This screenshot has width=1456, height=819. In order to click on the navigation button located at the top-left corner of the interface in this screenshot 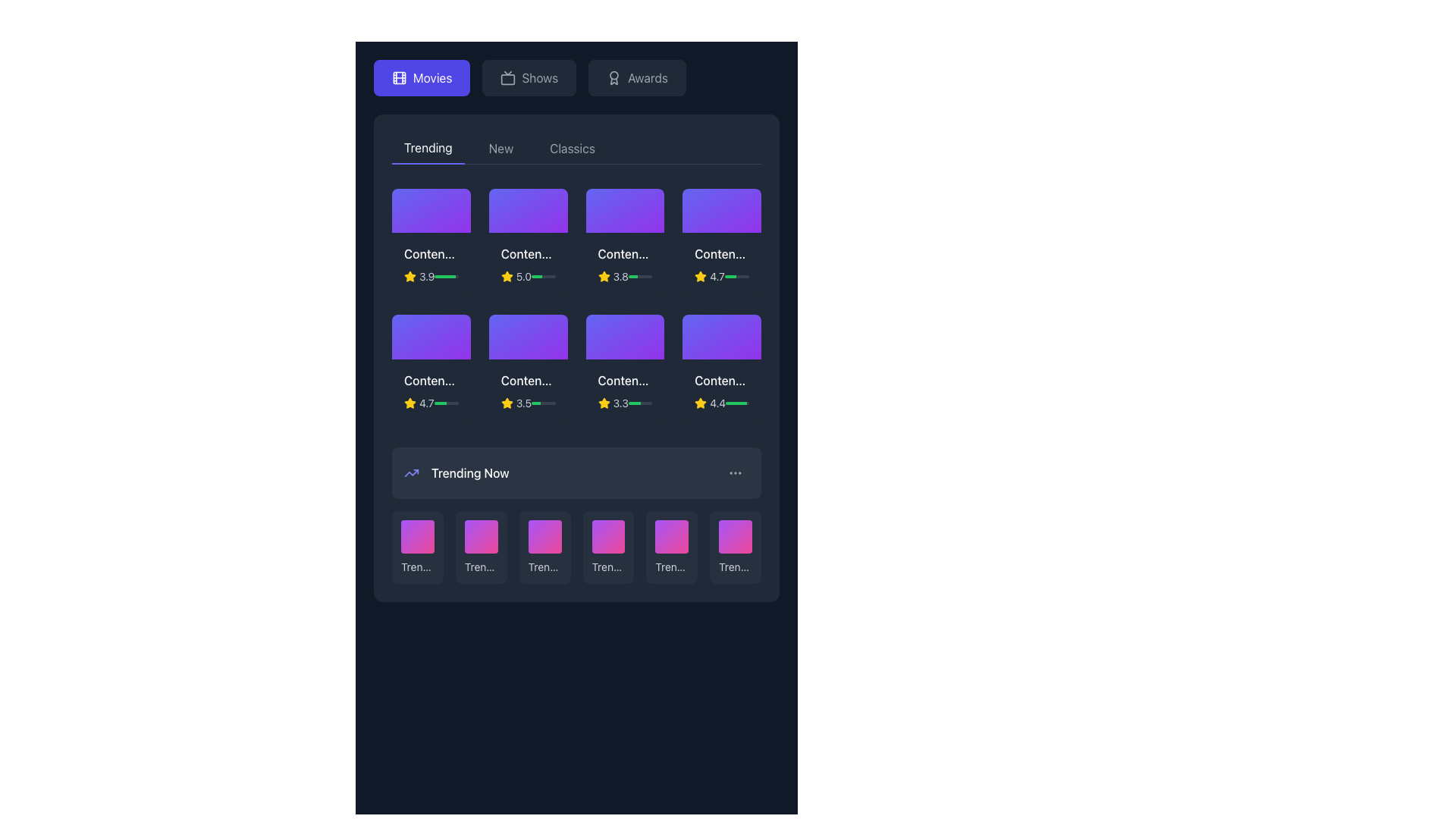, I will do `click(422, 78)`.